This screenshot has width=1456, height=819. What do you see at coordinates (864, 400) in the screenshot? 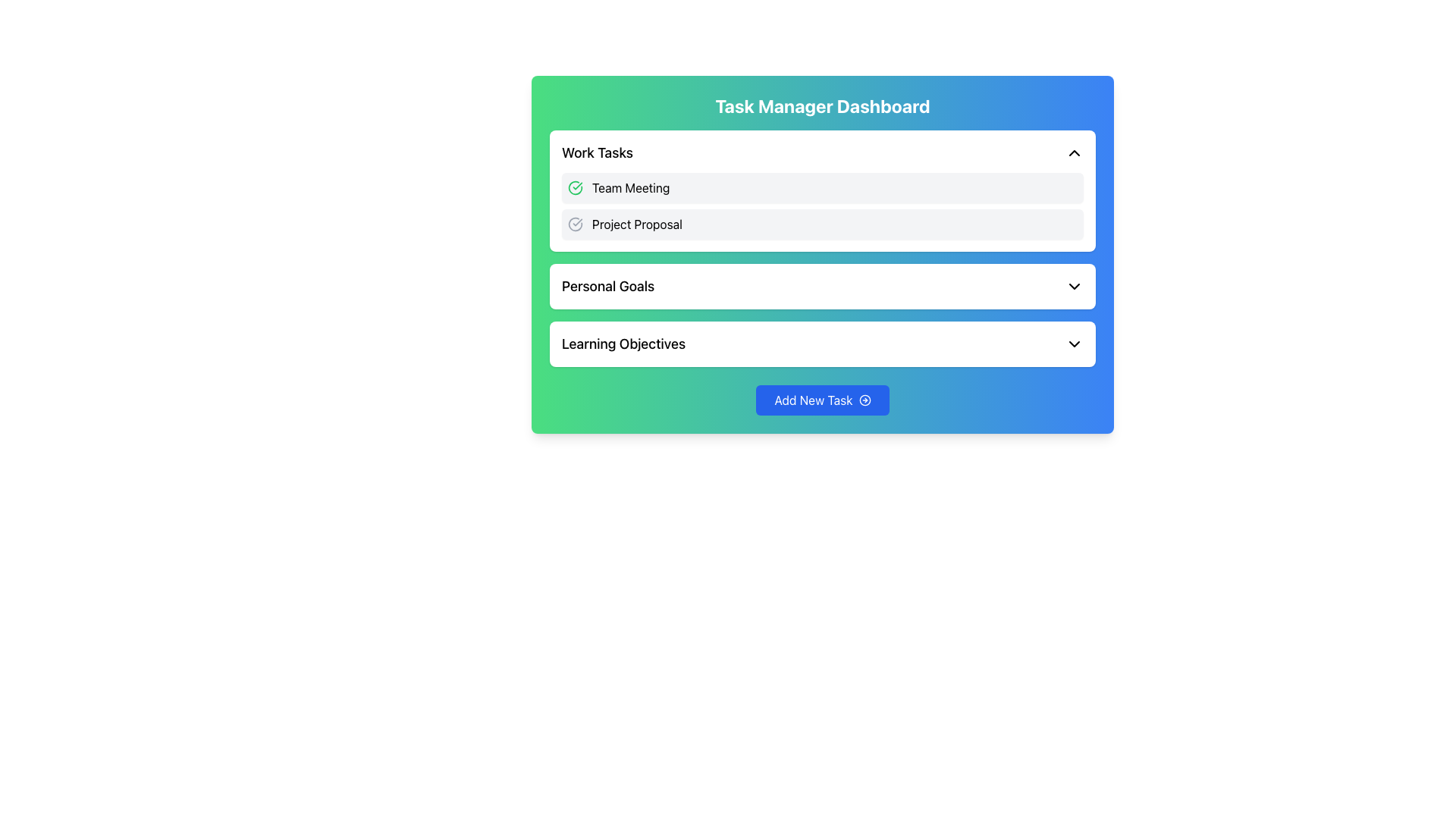
I see `the icon located within the 'Add New Task' button to the right of the 'Add New Task' text` at bounding box center [864, 400].